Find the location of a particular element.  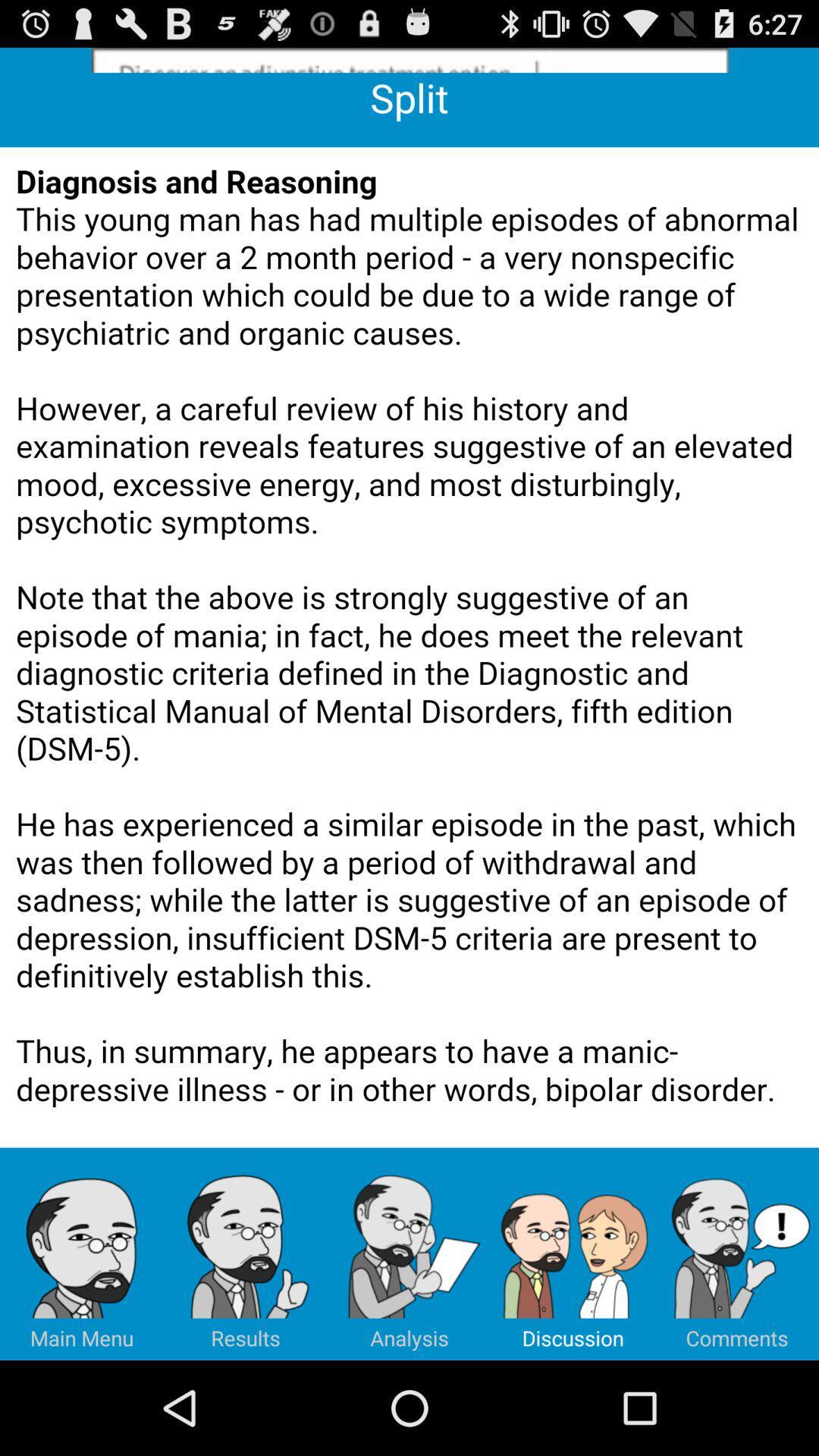

search bar is located at coordinates (409, 60).